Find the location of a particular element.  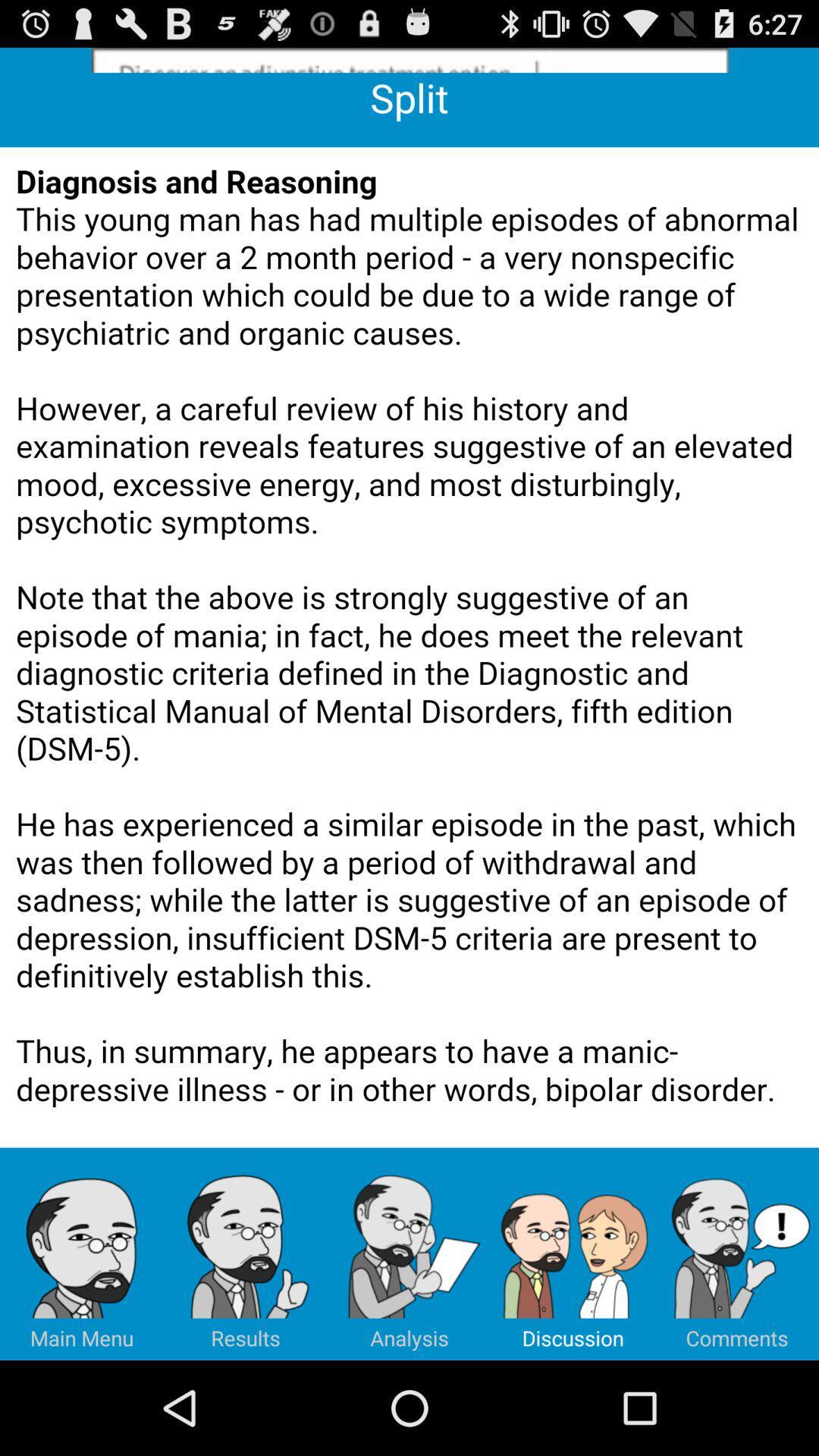

search bar is located at coordinates (409, 60).